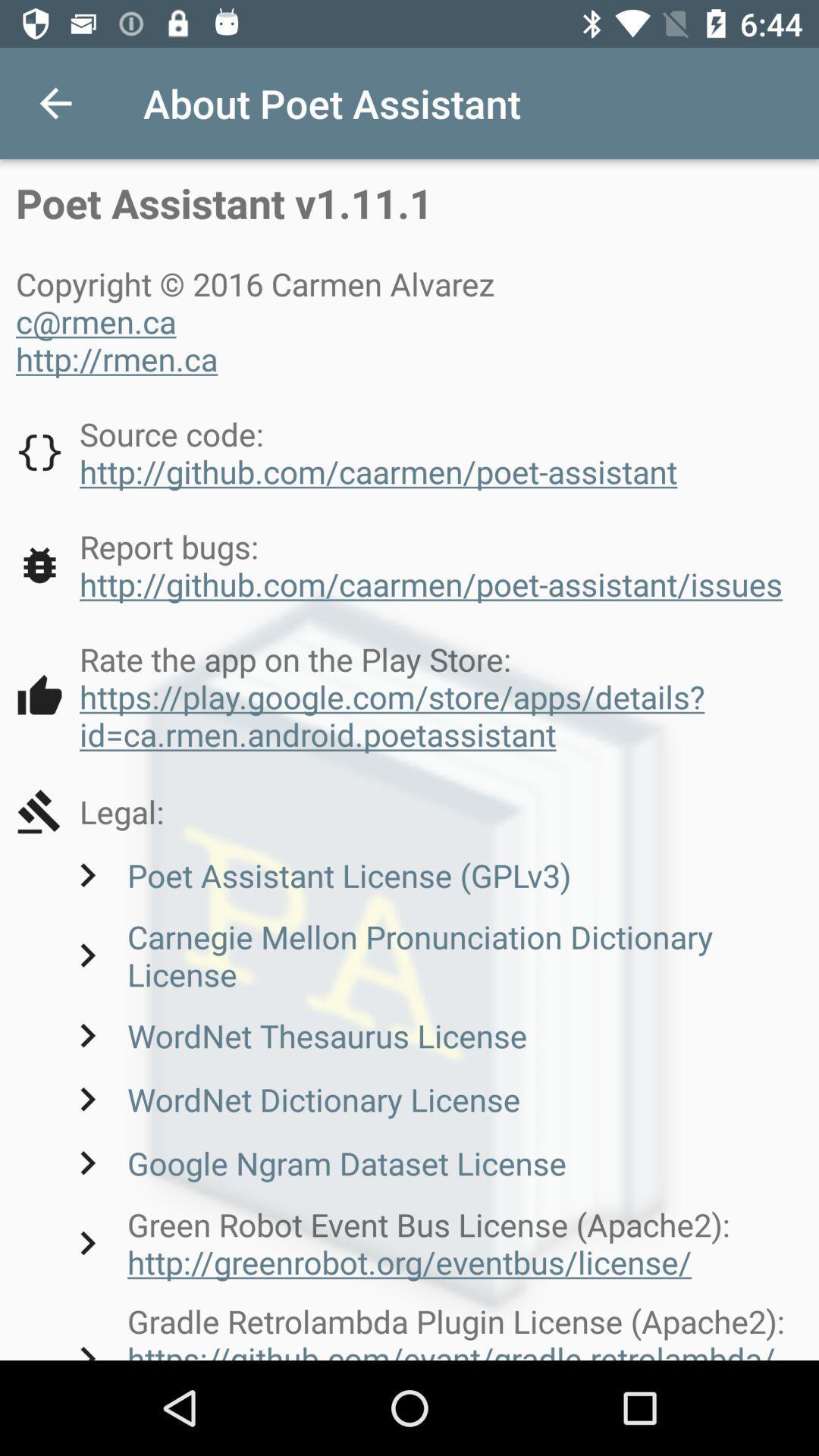 This screenshot has width=819, height=1456. Describe the element at coordinates (433, 954) in the screenshot. I see `carnegie mellon pronunciation` at that location.